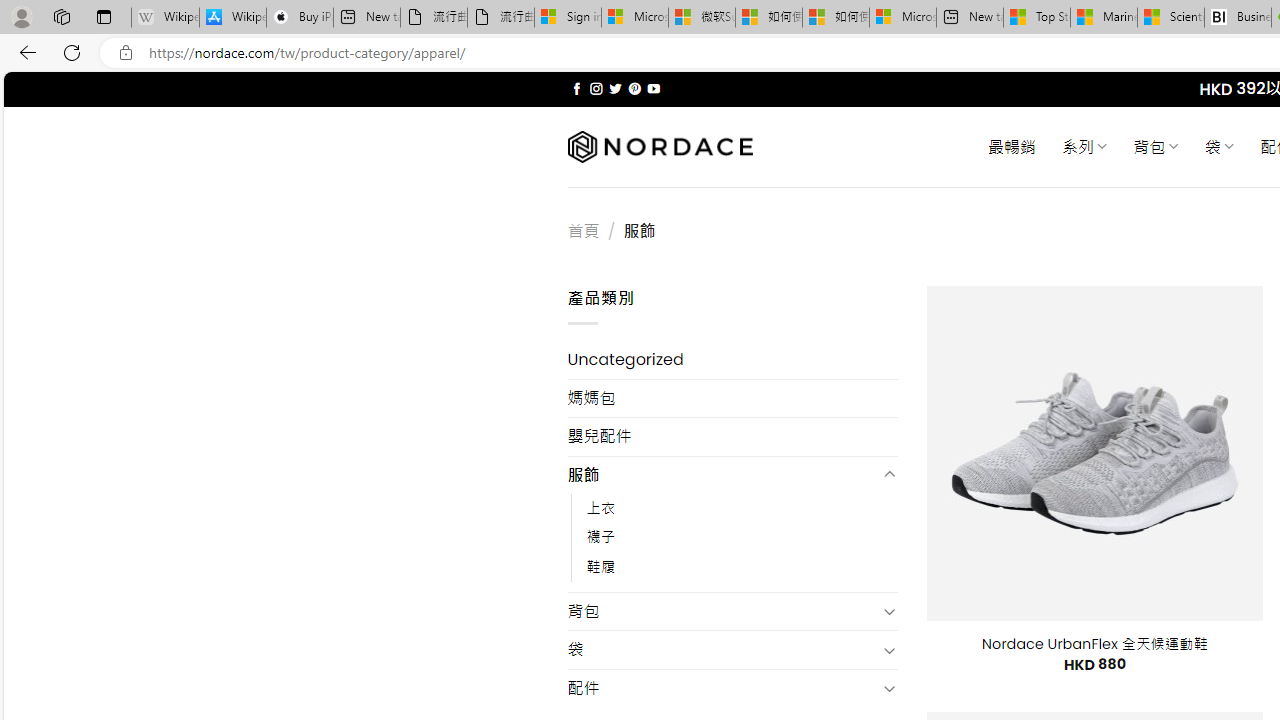 This screenshot has height=720, width=1280. What do you see at coordinates (595, 88) in the screenshot?
I see `'Follow on Instagram'` at bounding box center [595, 88].